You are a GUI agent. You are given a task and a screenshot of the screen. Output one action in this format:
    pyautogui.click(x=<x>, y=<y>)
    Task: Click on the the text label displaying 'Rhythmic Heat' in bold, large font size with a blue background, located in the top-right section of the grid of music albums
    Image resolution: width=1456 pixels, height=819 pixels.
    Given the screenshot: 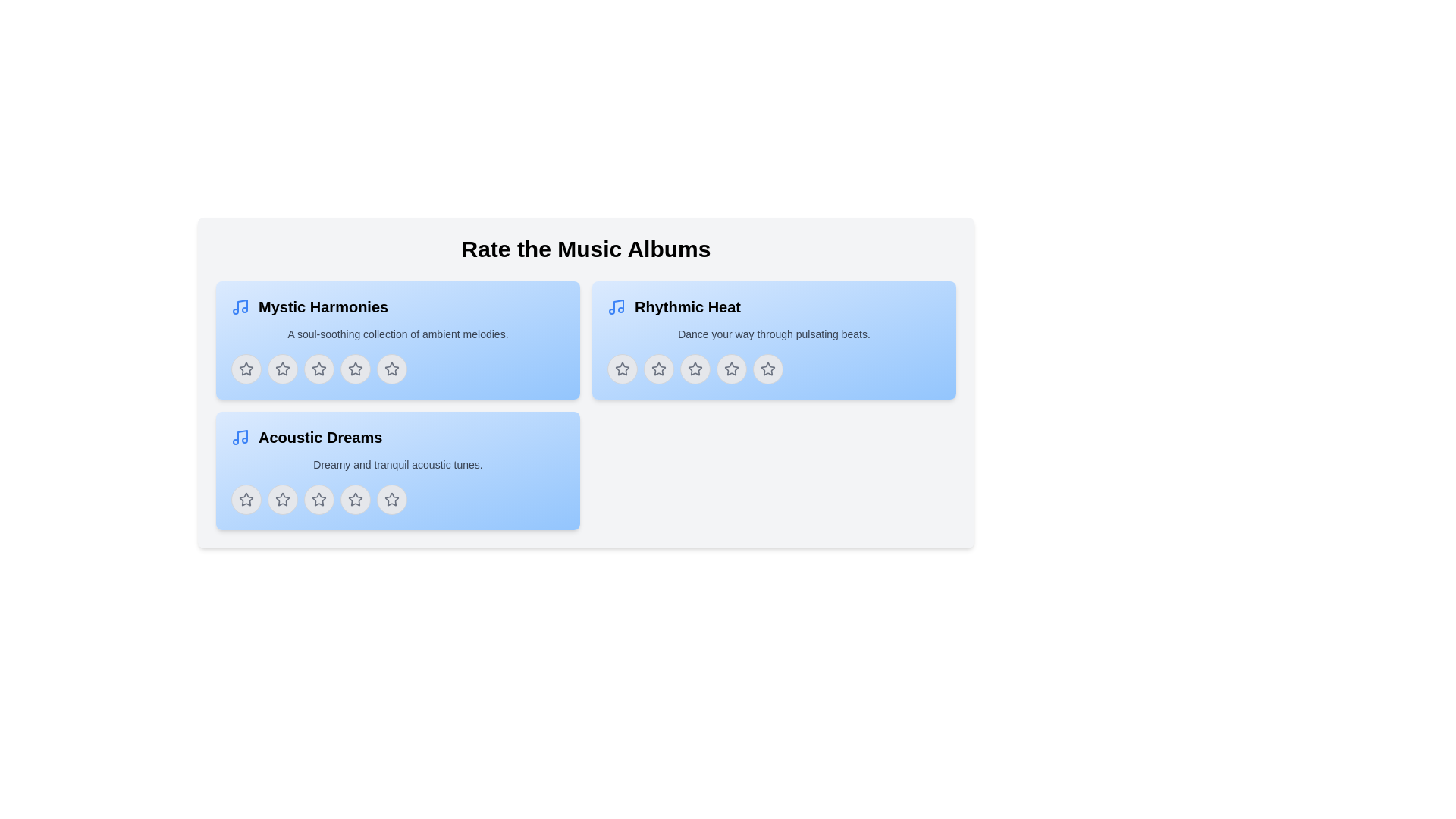 What is the action you would take?
    pyautogui.click(x=687, y=307)
    